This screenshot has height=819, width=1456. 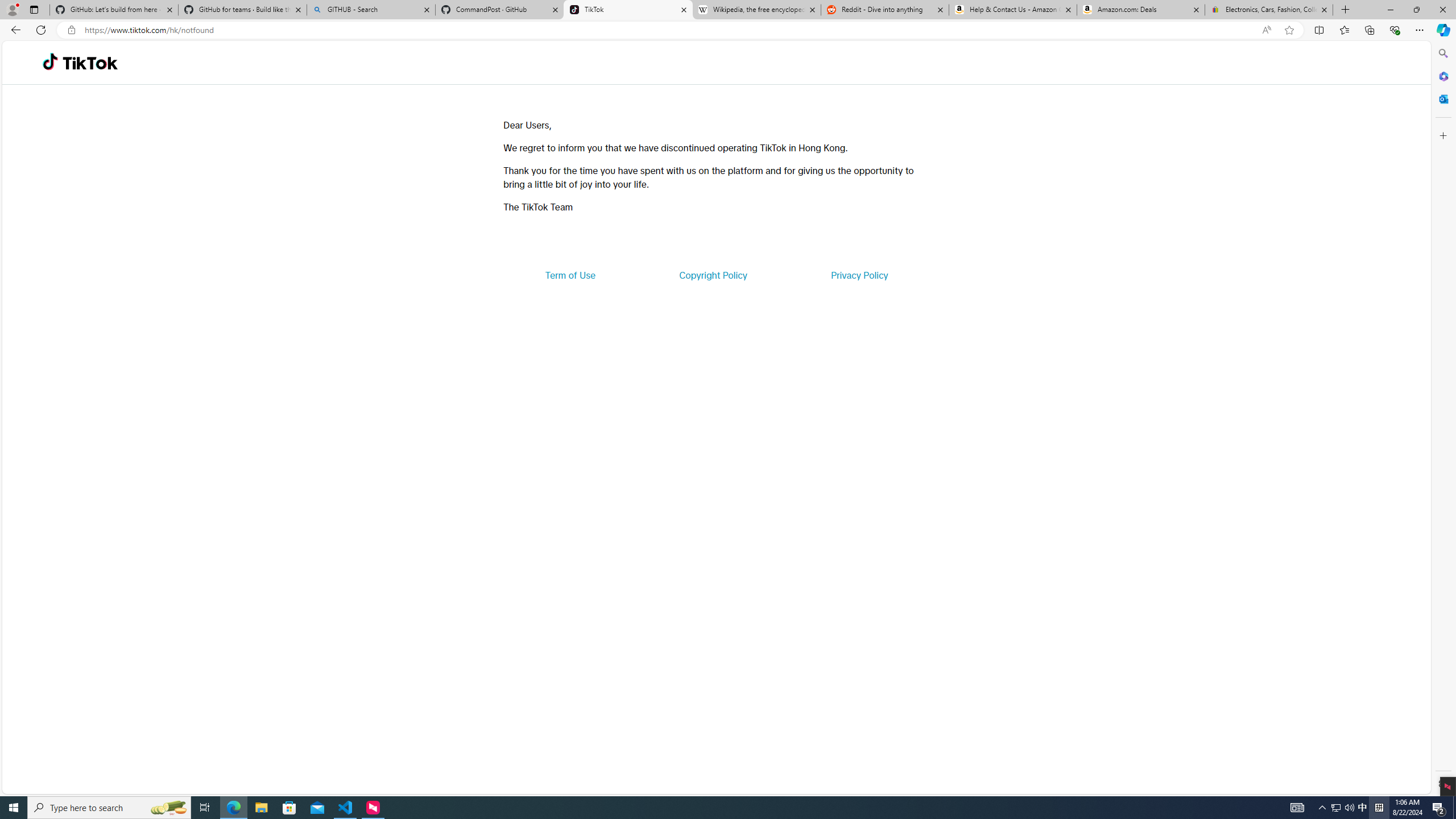 I want to click on 'Term of Use', so click(x=570, y=274).